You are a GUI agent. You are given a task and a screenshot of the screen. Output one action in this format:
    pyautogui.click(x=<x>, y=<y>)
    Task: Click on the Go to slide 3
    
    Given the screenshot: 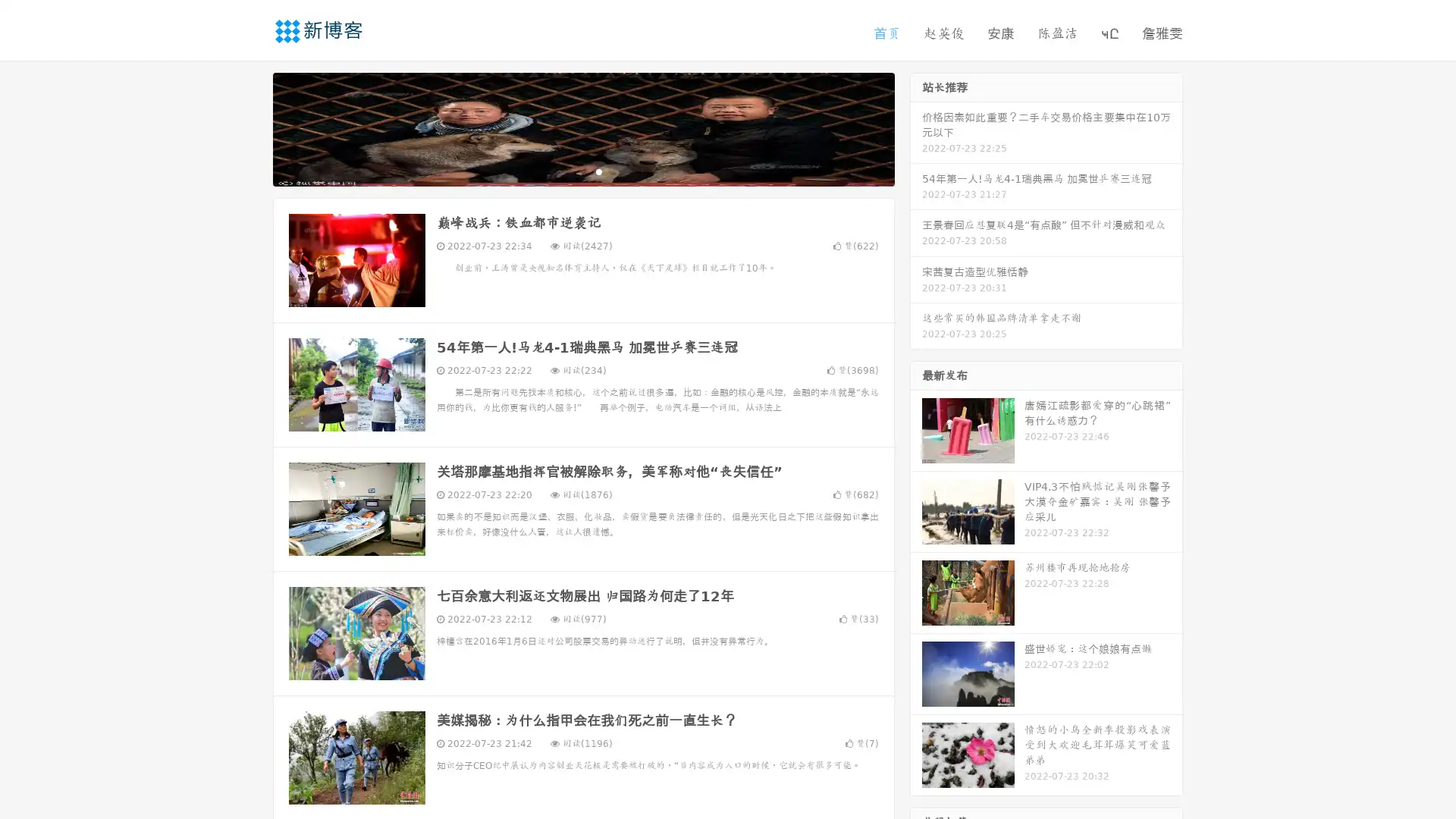 What is the action you would take?
    pyautogui.click(x=598, y=171)
    